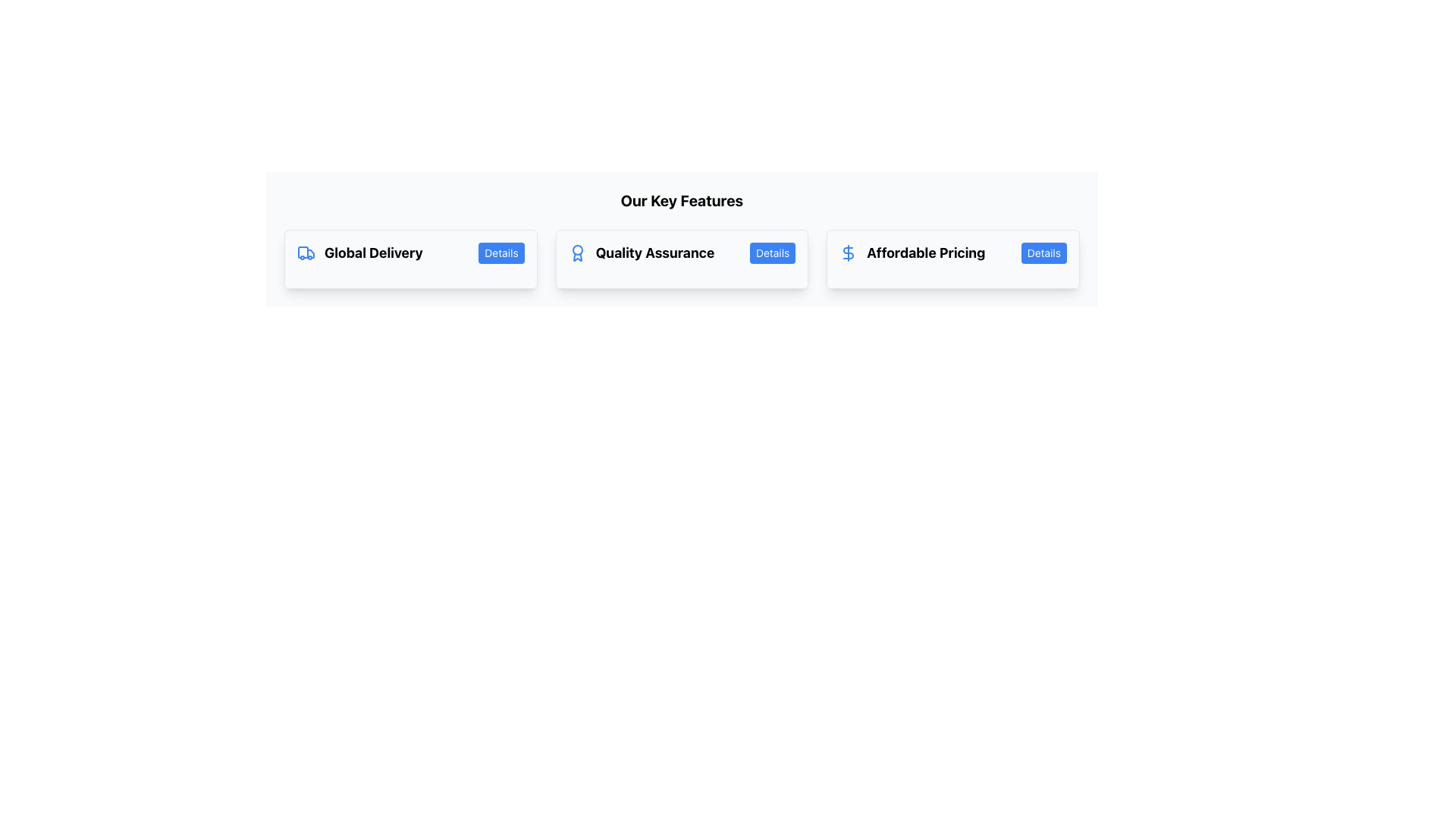  Describe the element at coordinates (773, 253) in the screenshot. I see `the 'Details' button with a blue background and white text located in the top-right corner of the 'Quality Assurance' card` at that location.